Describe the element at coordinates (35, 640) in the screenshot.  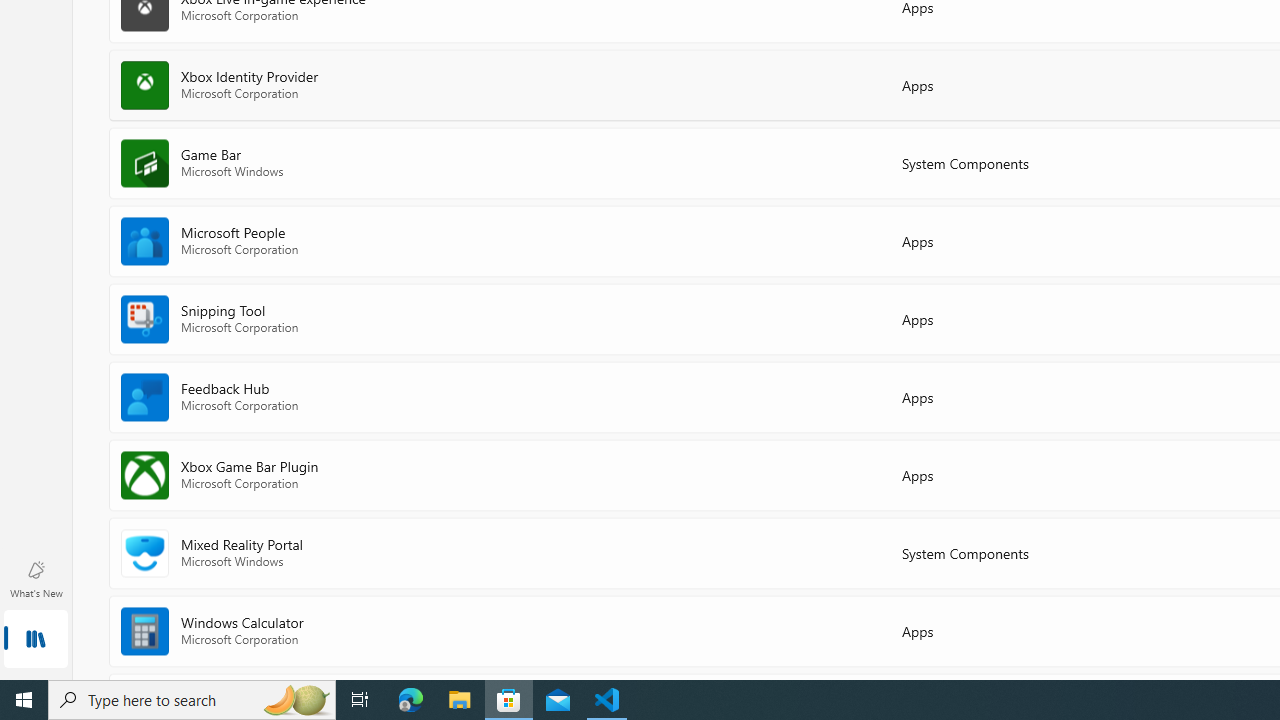
I see `'Library'` at that location.